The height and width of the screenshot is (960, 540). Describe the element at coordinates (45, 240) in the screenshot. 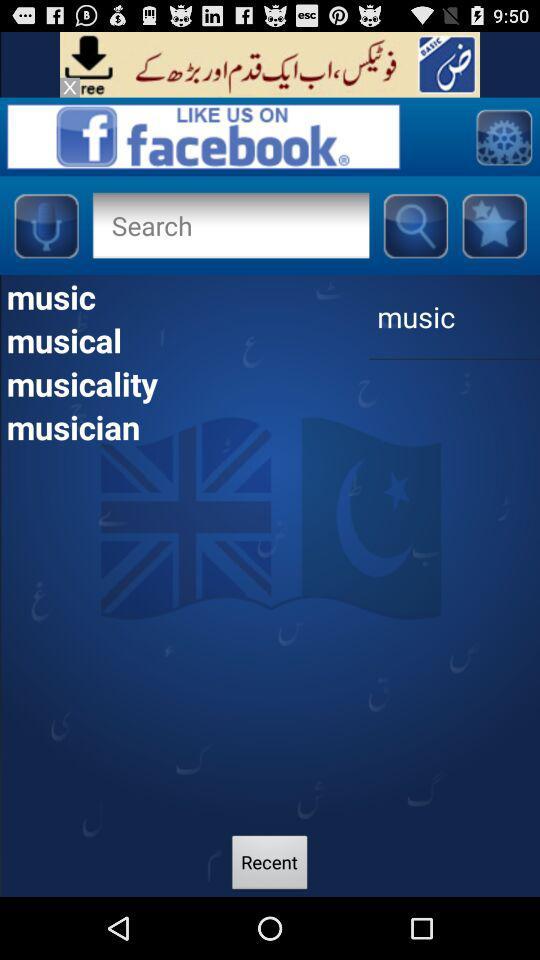

I see `the microphone icon` at that location.